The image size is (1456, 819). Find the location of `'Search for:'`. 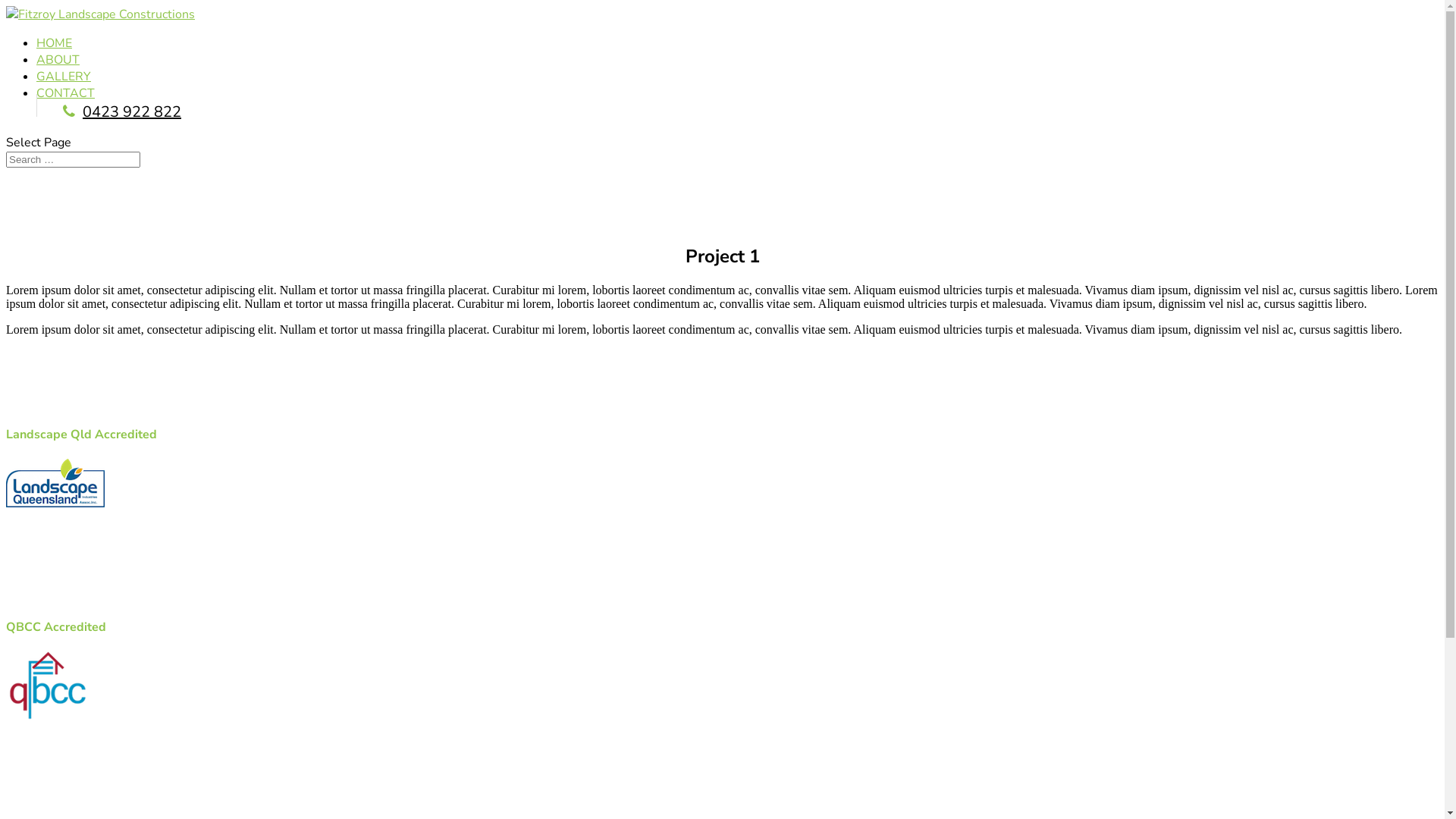

'Search for:' is located at coordinates (72, 159).